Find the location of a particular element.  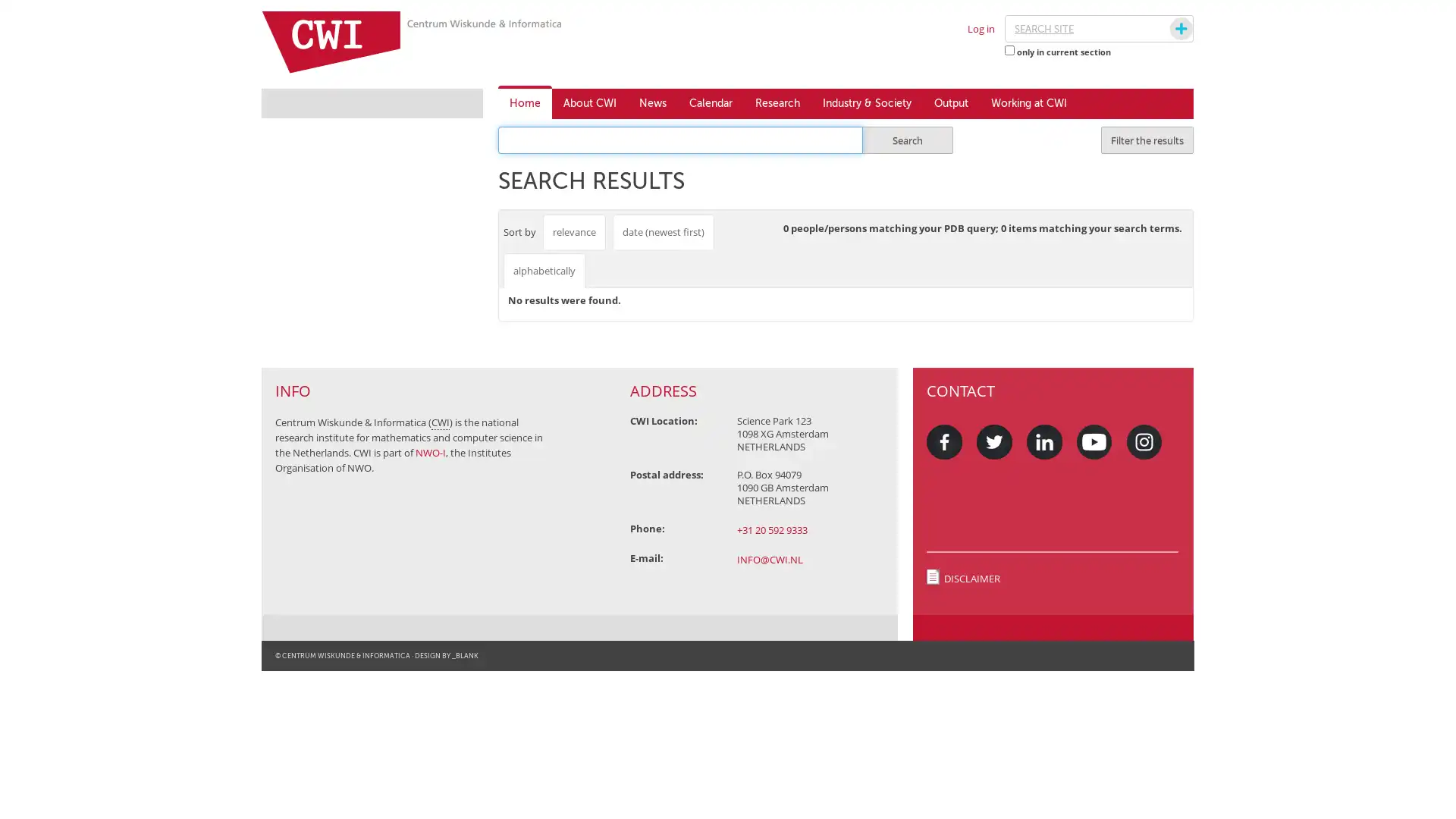

Filter the results is located at coordinates (1147, 140).